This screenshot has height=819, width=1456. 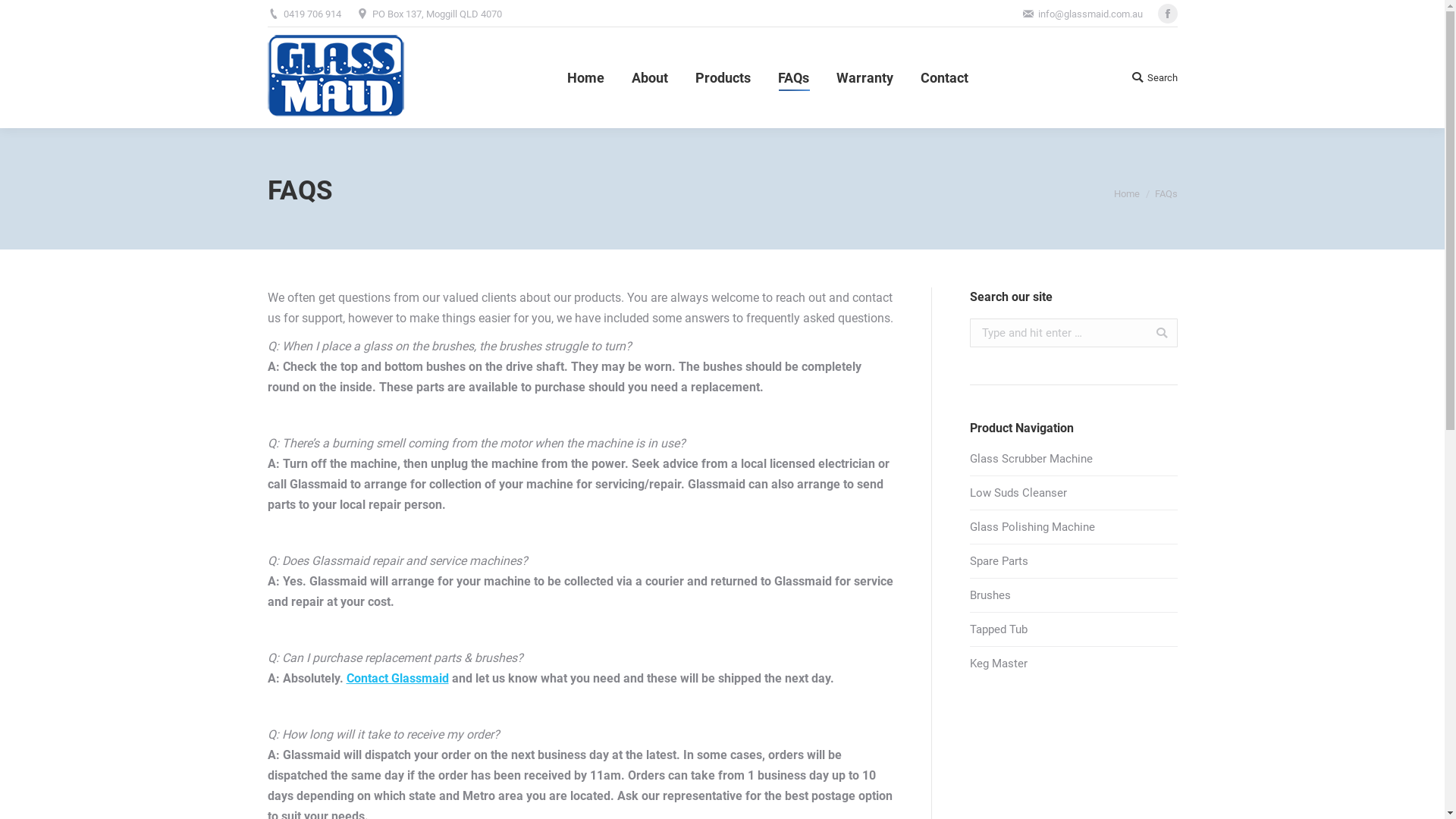 What do you see at coordinates (1018, 493) in the screenshot?
I see `'Low Suds Cleanser'` at bounding box center [1018, 493].